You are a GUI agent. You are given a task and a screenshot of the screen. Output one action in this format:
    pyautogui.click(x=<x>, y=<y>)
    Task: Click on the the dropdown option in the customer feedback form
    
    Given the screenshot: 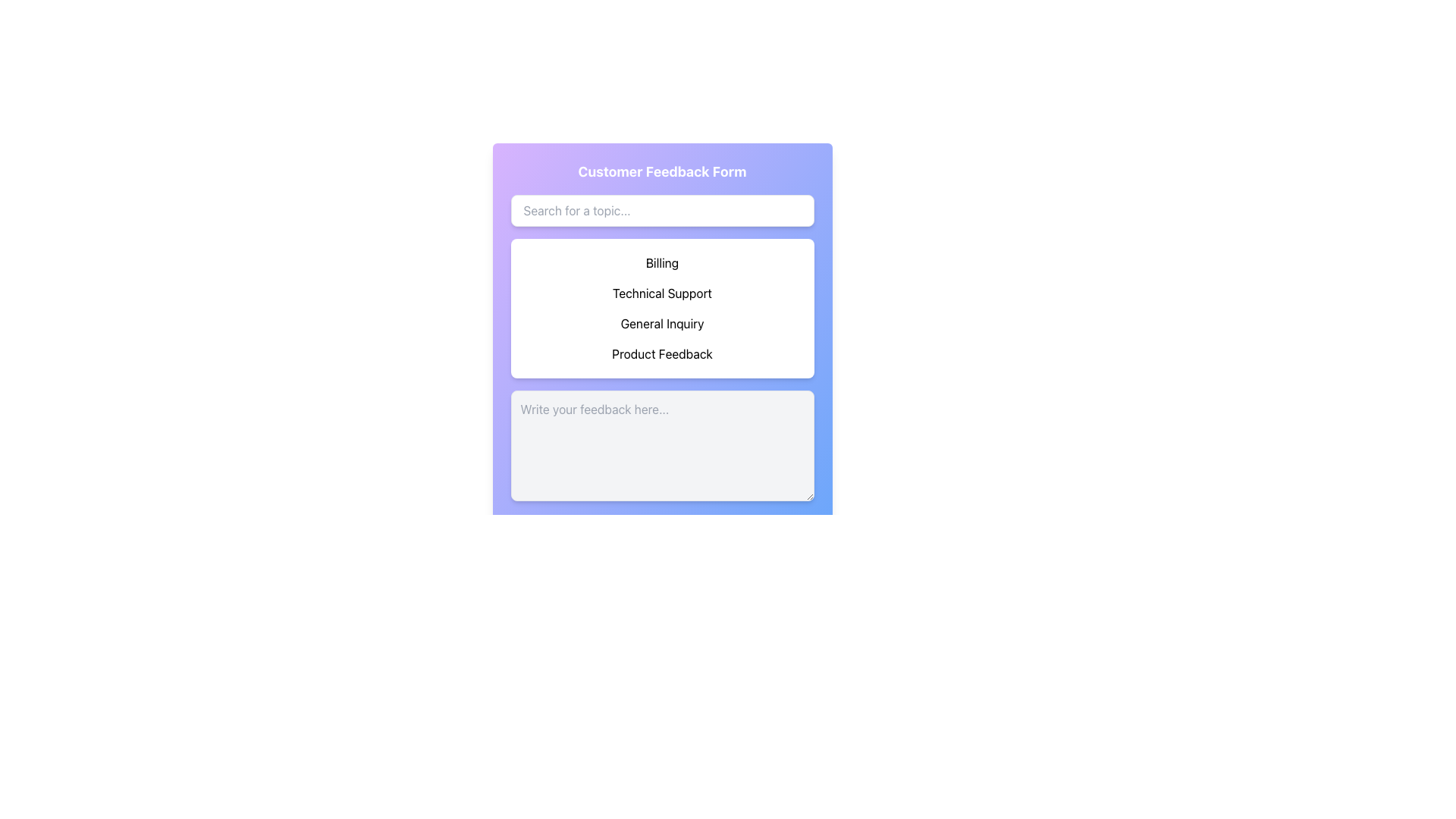 What is the action you would take?
    pyautogui.click(x=662, y=308)
    